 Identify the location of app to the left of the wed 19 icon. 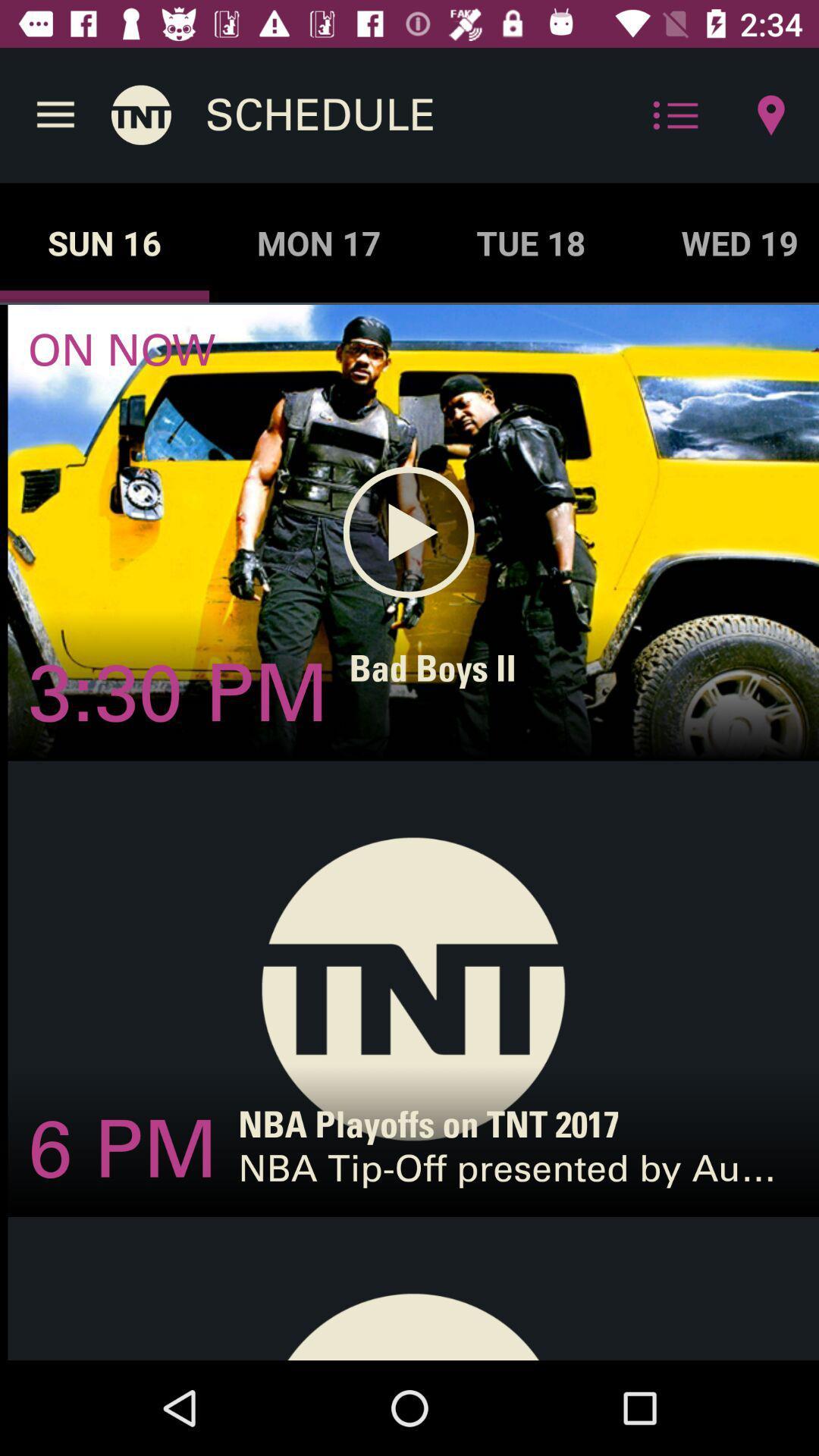
(530, 243).